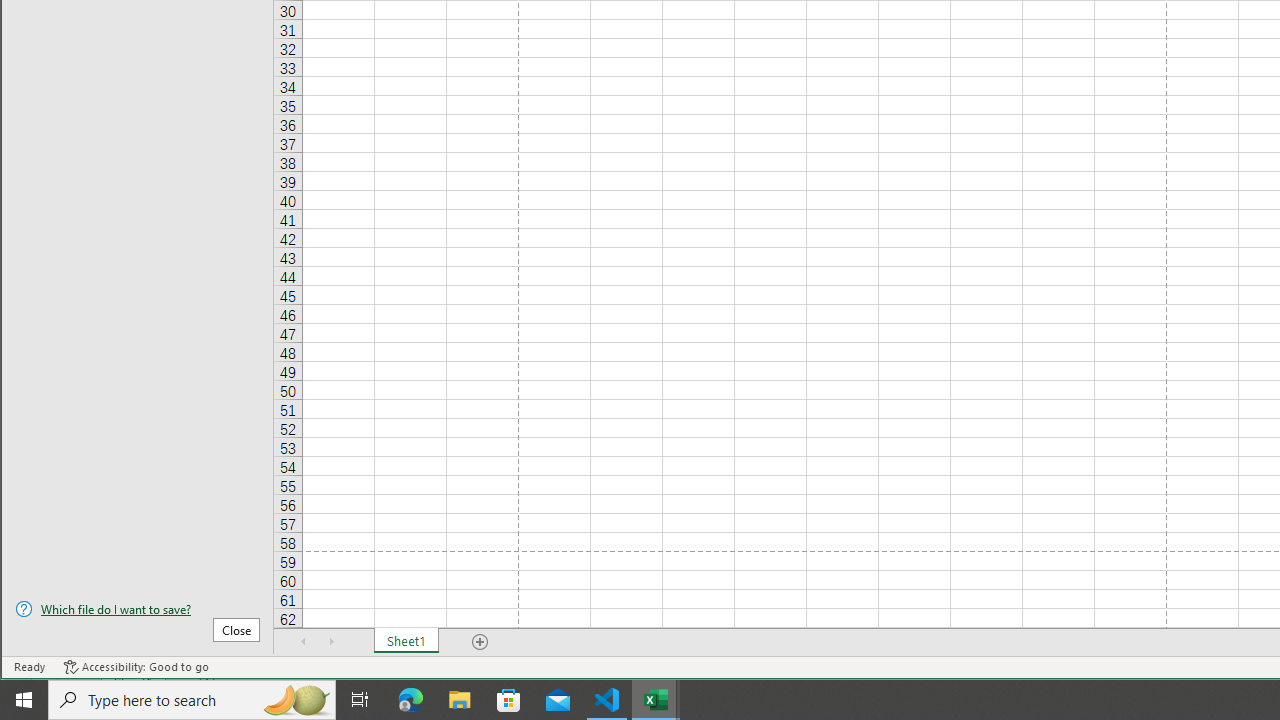  I want to click on 'Type here to search', so click(192, 698).